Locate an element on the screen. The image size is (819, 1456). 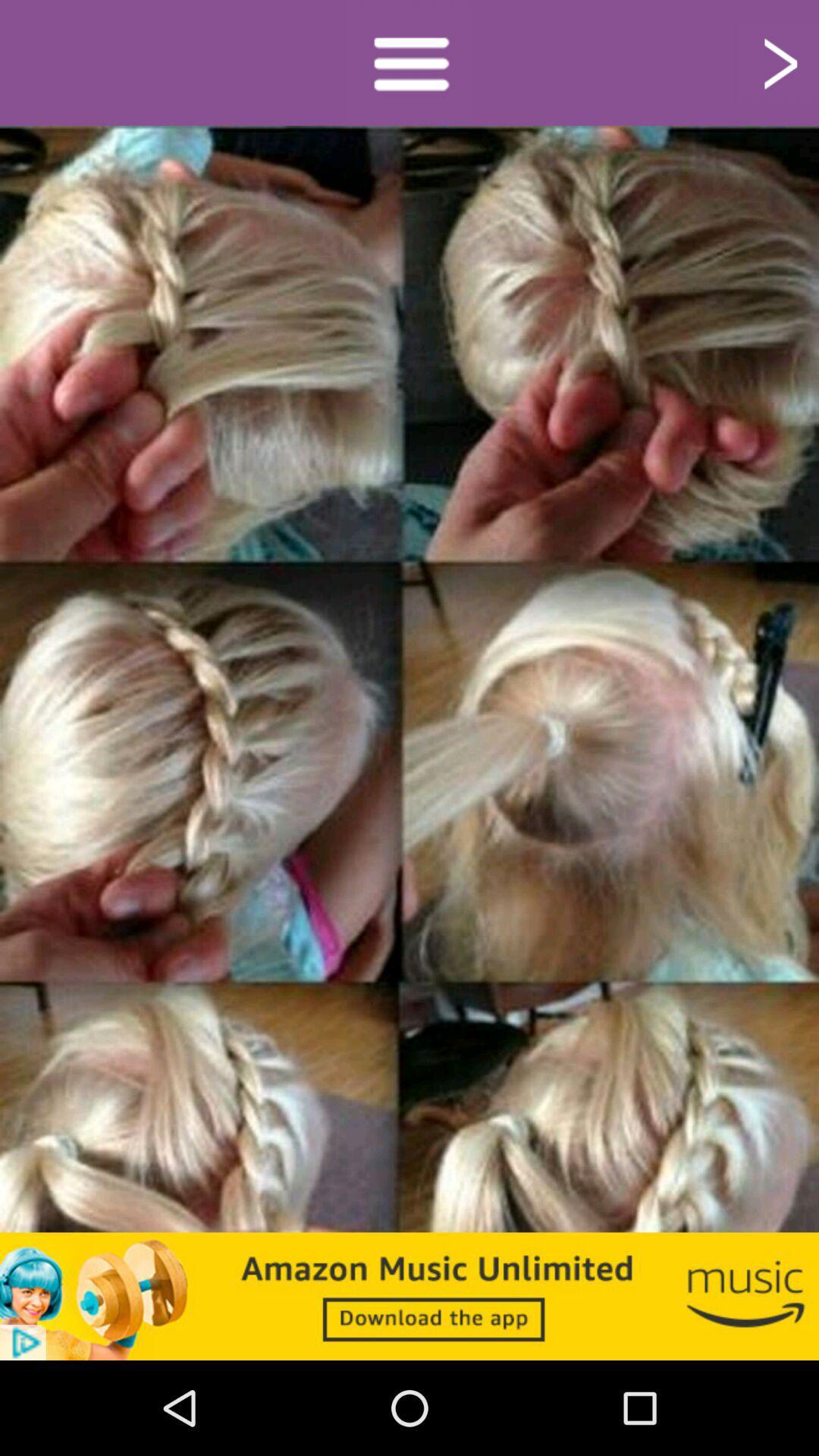
the menu icon is located at coordinates (409, 66).